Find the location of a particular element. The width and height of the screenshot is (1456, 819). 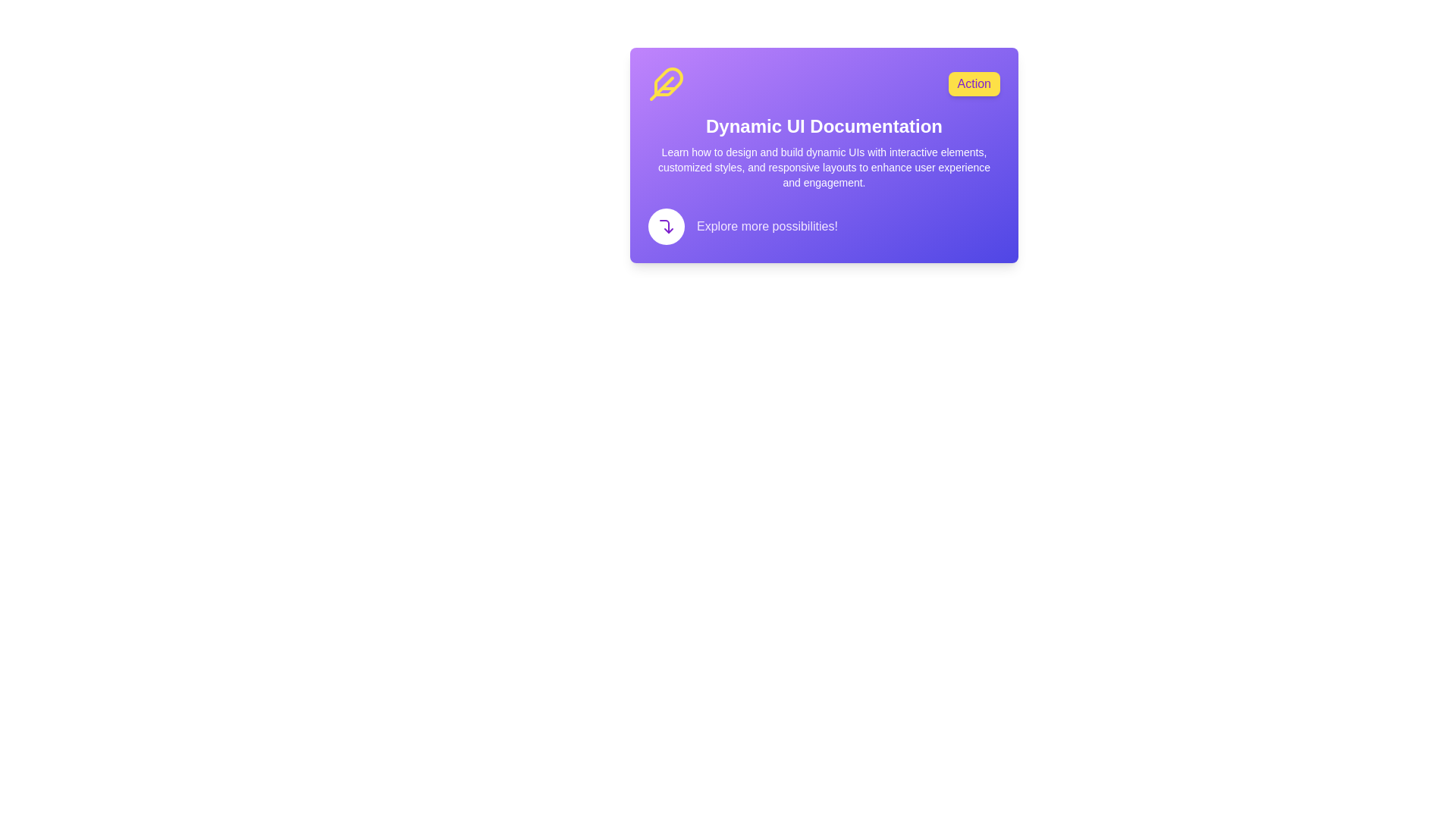

the decorative icon located in the top-left corner of the purple labeled card titled 'Dynamic UI Documentation', which represents creativity or writing is located at coordinates (666, 84).